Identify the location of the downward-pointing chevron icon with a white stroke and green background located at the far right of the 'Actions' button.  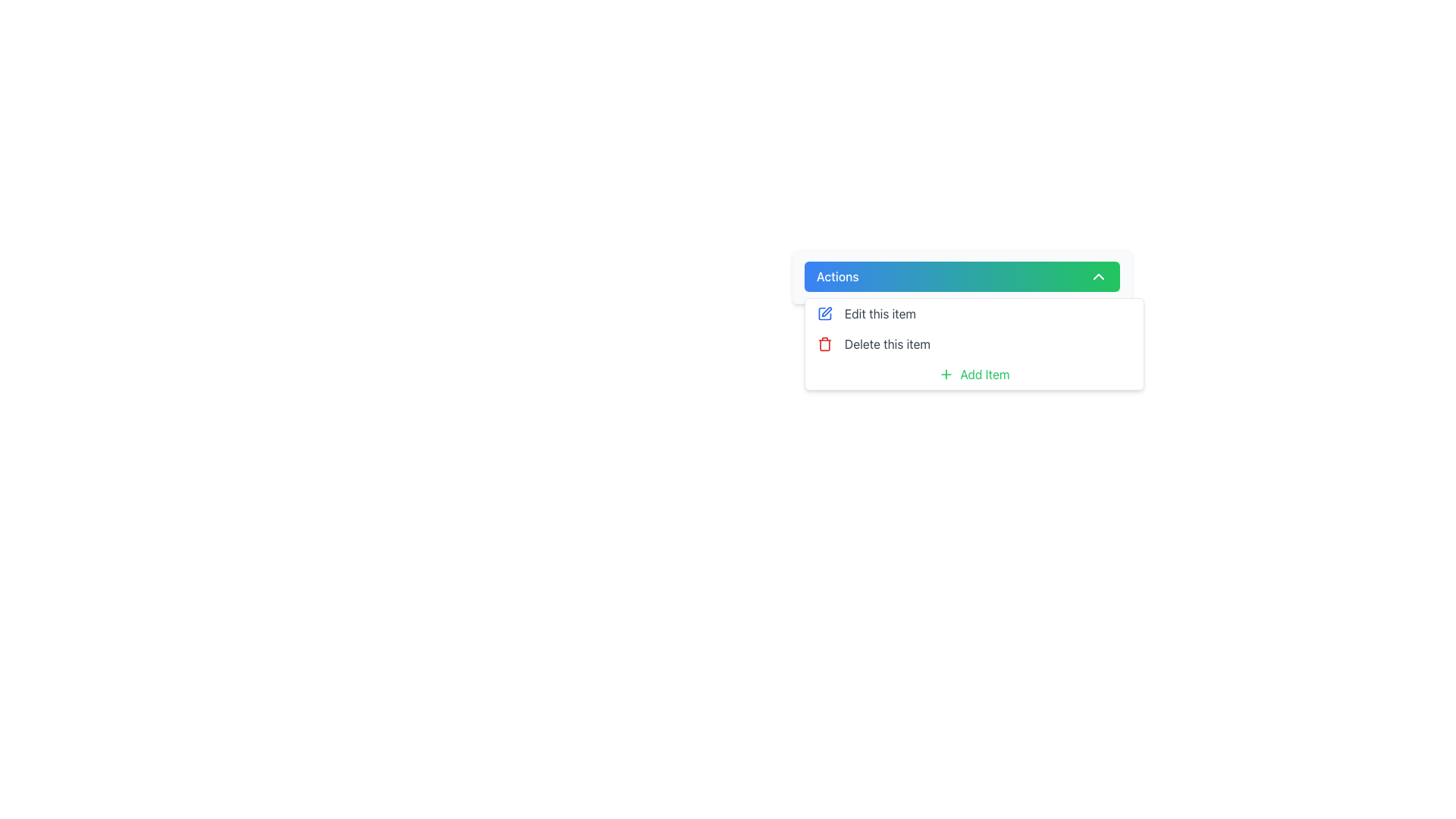
(1099, 277).